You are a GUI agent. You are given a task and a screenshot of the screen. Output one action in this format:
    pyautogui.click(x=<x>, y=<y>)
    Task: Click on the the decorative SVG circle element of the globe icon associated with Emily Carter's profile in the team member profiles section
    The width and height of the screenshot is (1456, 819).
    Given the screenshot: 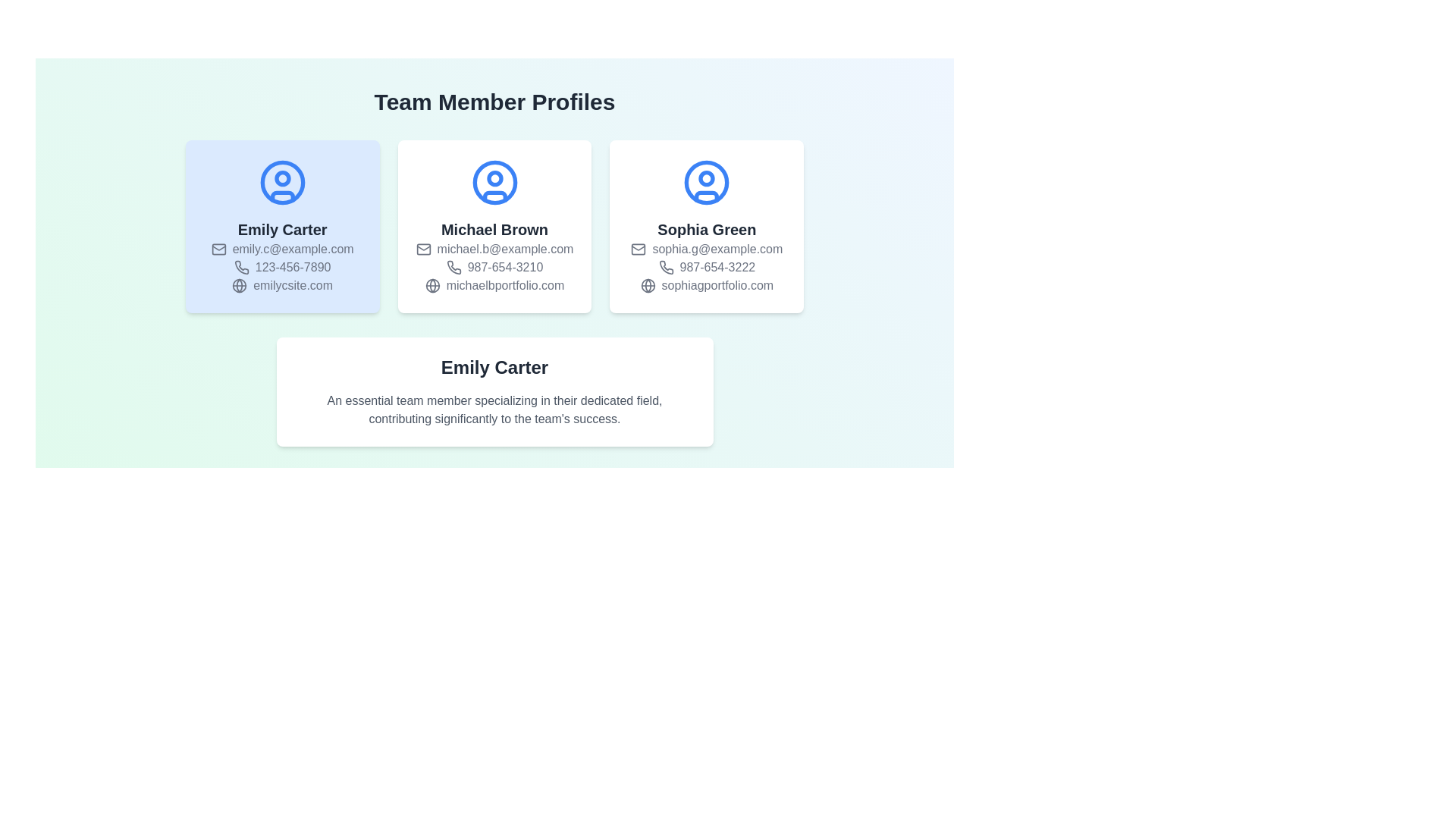 What is the action you would take?
    pyautogui.click(x=239, y=286)
    